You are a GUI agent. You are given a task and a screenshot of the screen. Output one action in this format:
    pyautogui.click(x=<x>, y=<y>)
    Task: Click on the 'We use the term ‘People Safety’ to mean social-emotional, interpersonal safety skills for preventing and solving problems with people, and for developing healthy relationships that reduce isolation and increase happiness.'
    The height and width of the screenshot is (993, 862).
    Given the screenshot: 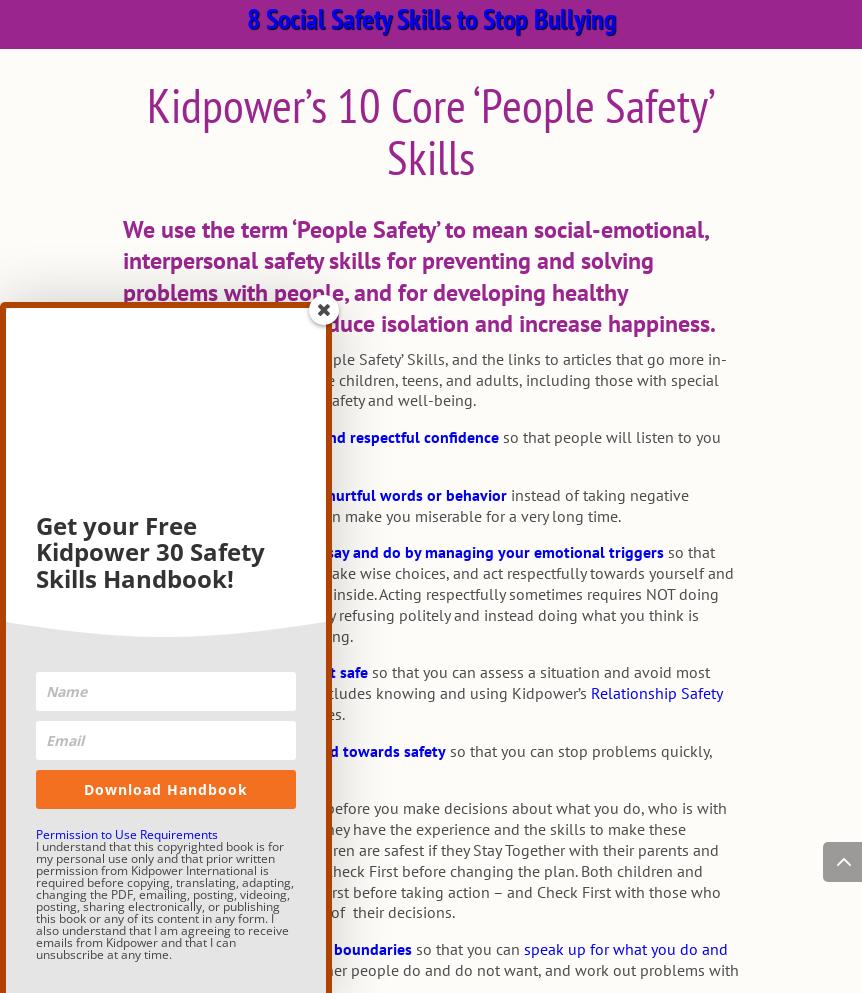 What is the action you would take?
    pyautogui.click(x=417, y=275)
    